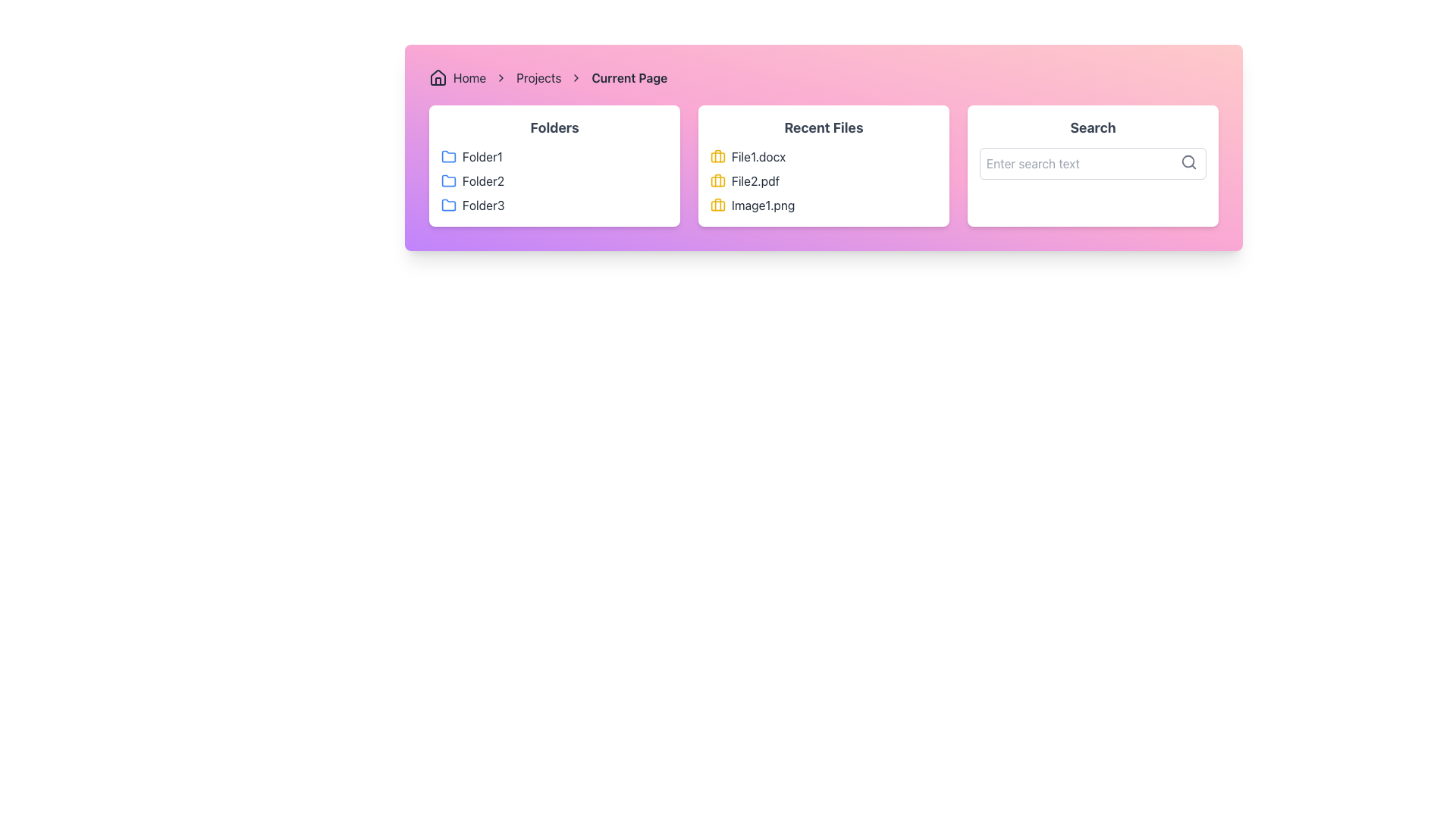 This screenshot has width=1456, height=819. Describe the element at coordinates (1188, 162) in the screenshot. I see `the magnifying glass icon located in the top-right portion of the search input field to indicate the initiation of a search operation` at that location.